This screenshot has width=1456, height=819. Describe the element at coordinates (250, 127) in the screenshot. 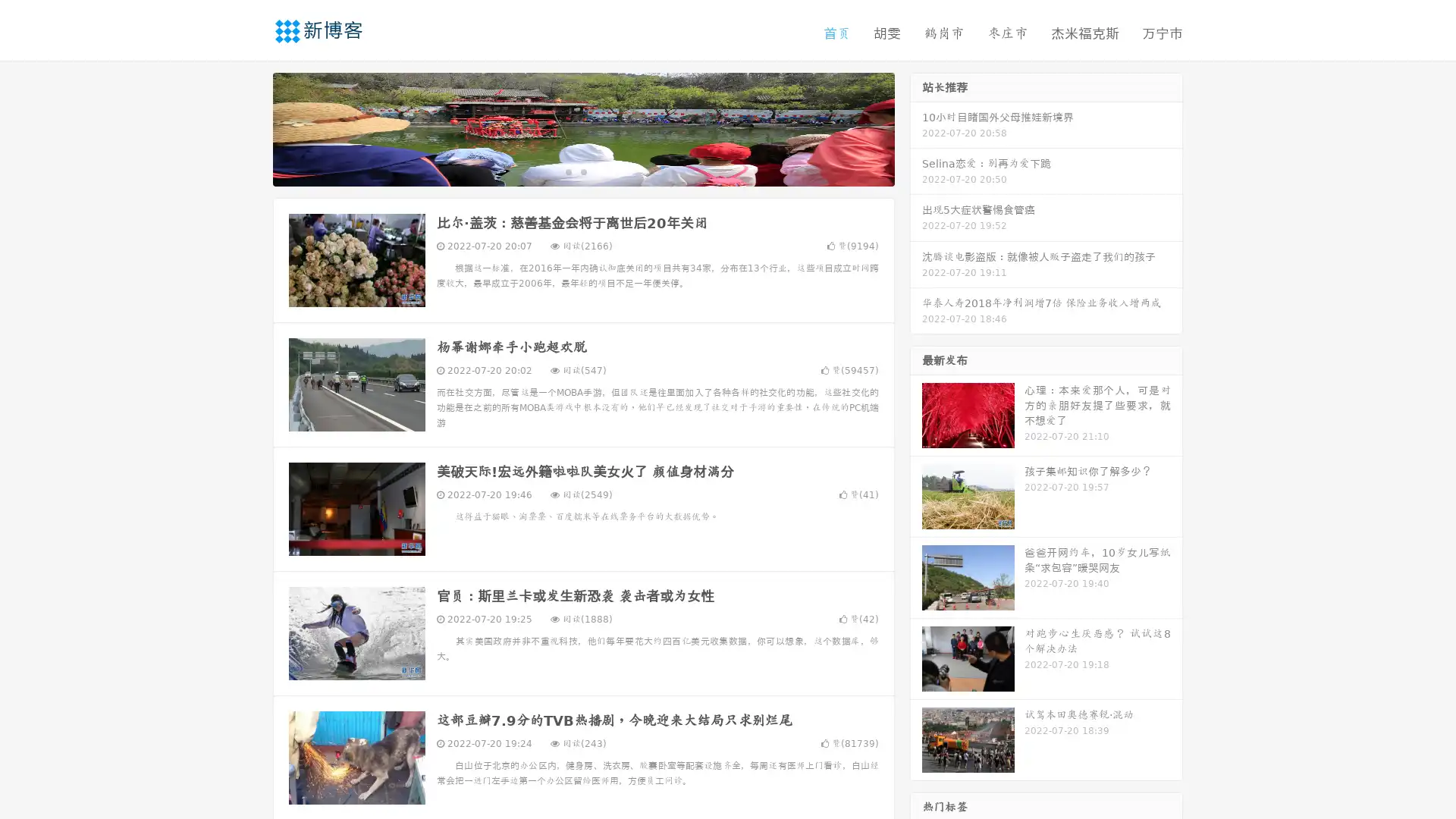

I see `Previous slide` at that location.